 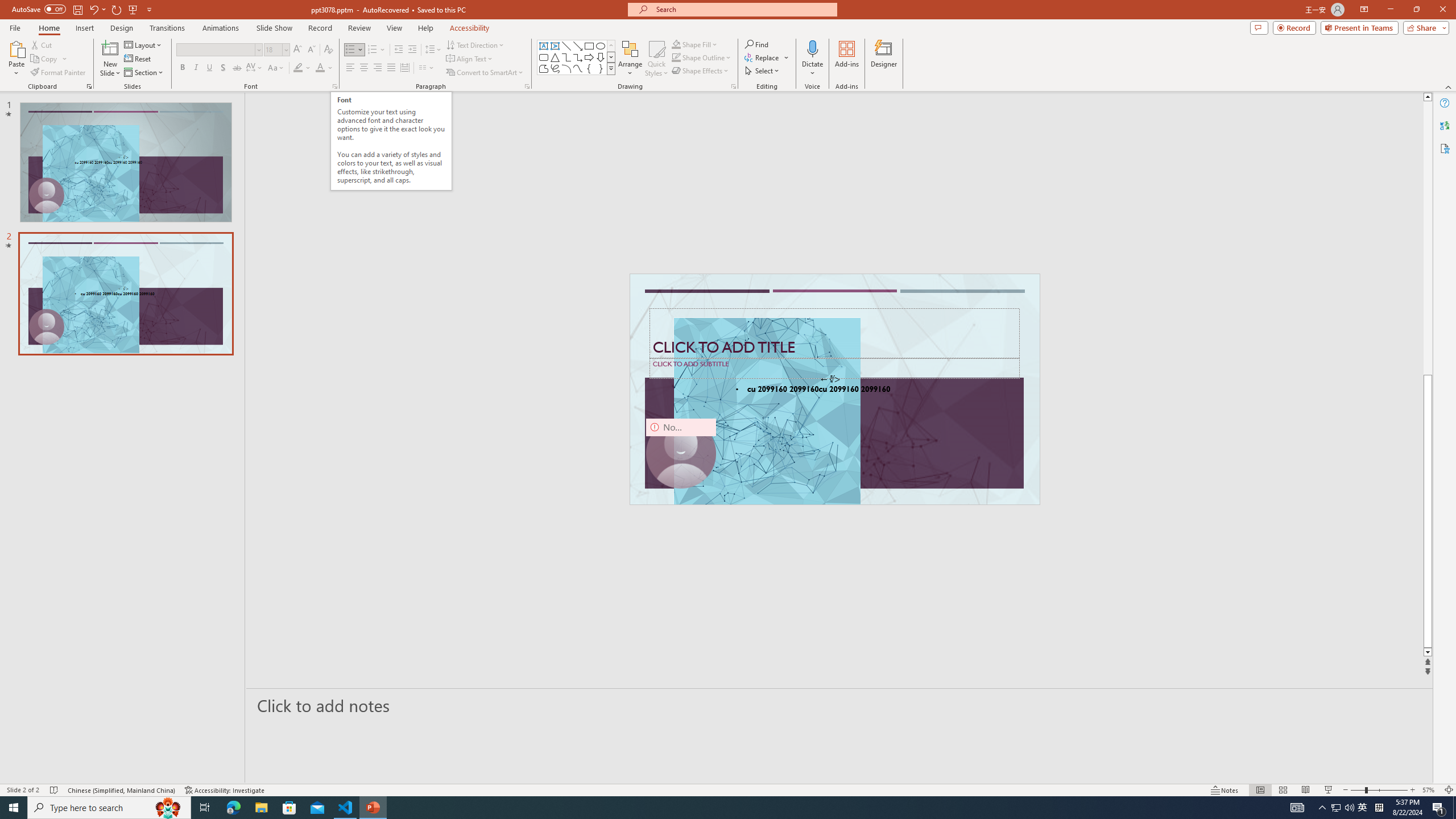 I want to click on 'Zoom', so click(x=1379, y=790).